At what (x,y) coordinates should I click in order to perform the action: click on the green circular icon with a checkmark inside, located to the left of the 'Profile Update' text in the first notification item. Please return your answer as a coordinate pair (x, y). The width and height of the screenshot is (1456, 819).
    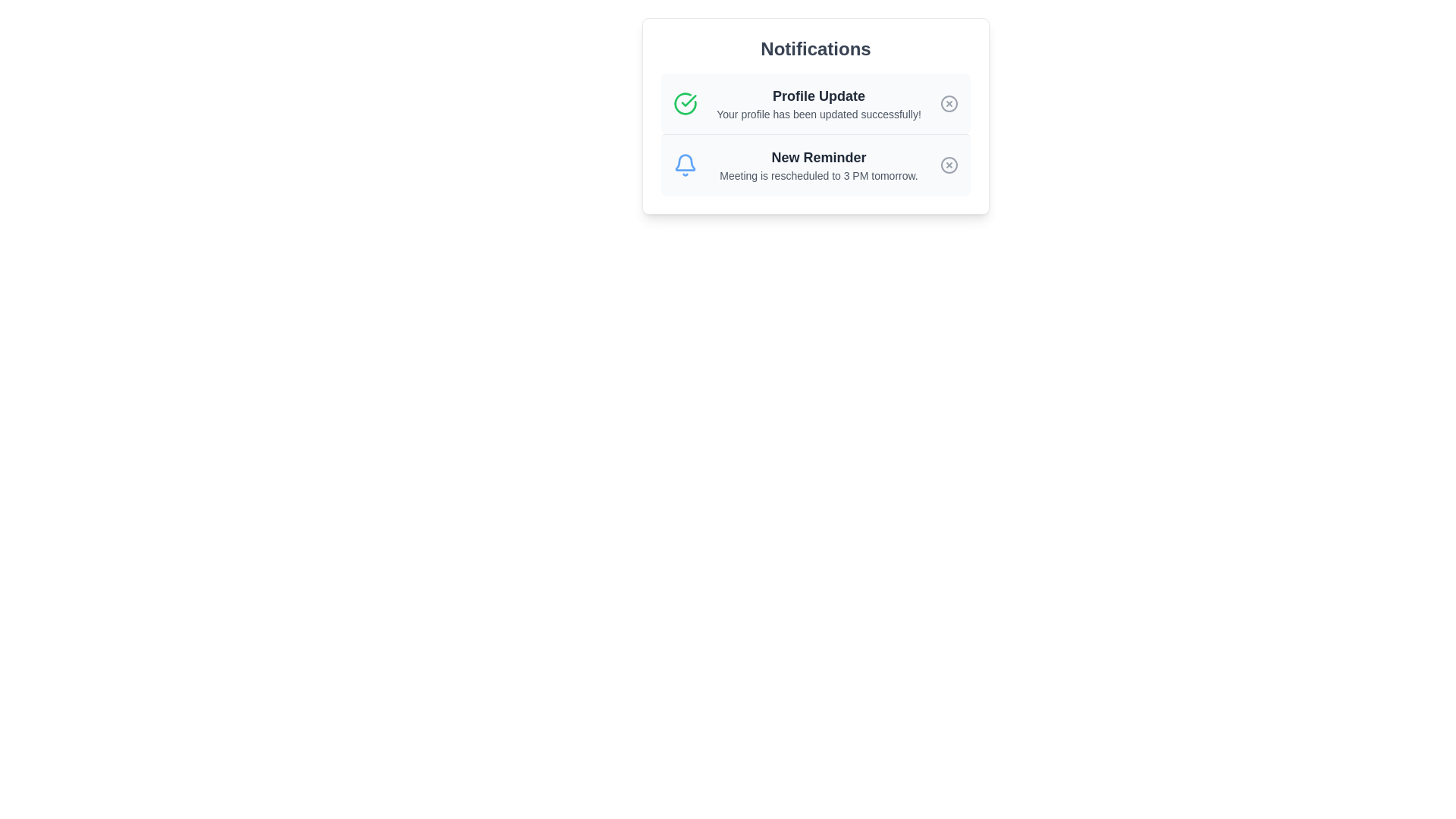
    Looking at the image, I should click on (684, 103).